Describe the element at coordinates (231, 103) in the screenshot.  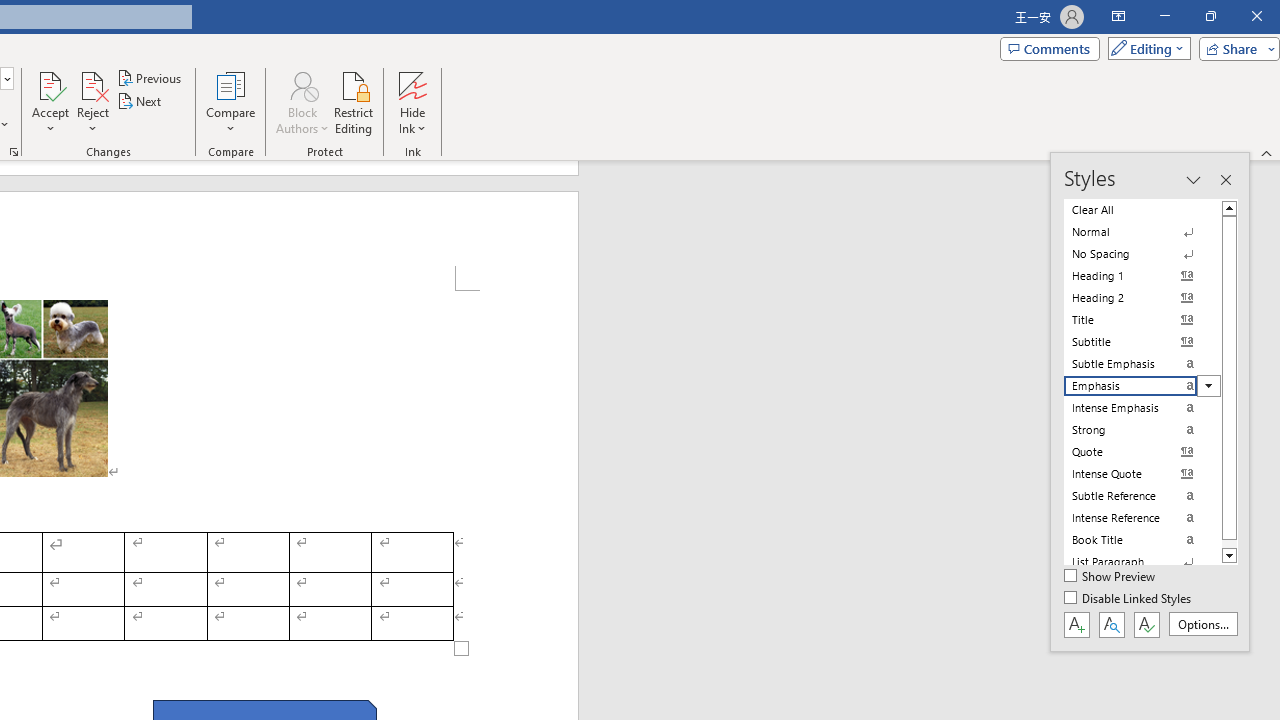
I see `'Compare'` at that location.